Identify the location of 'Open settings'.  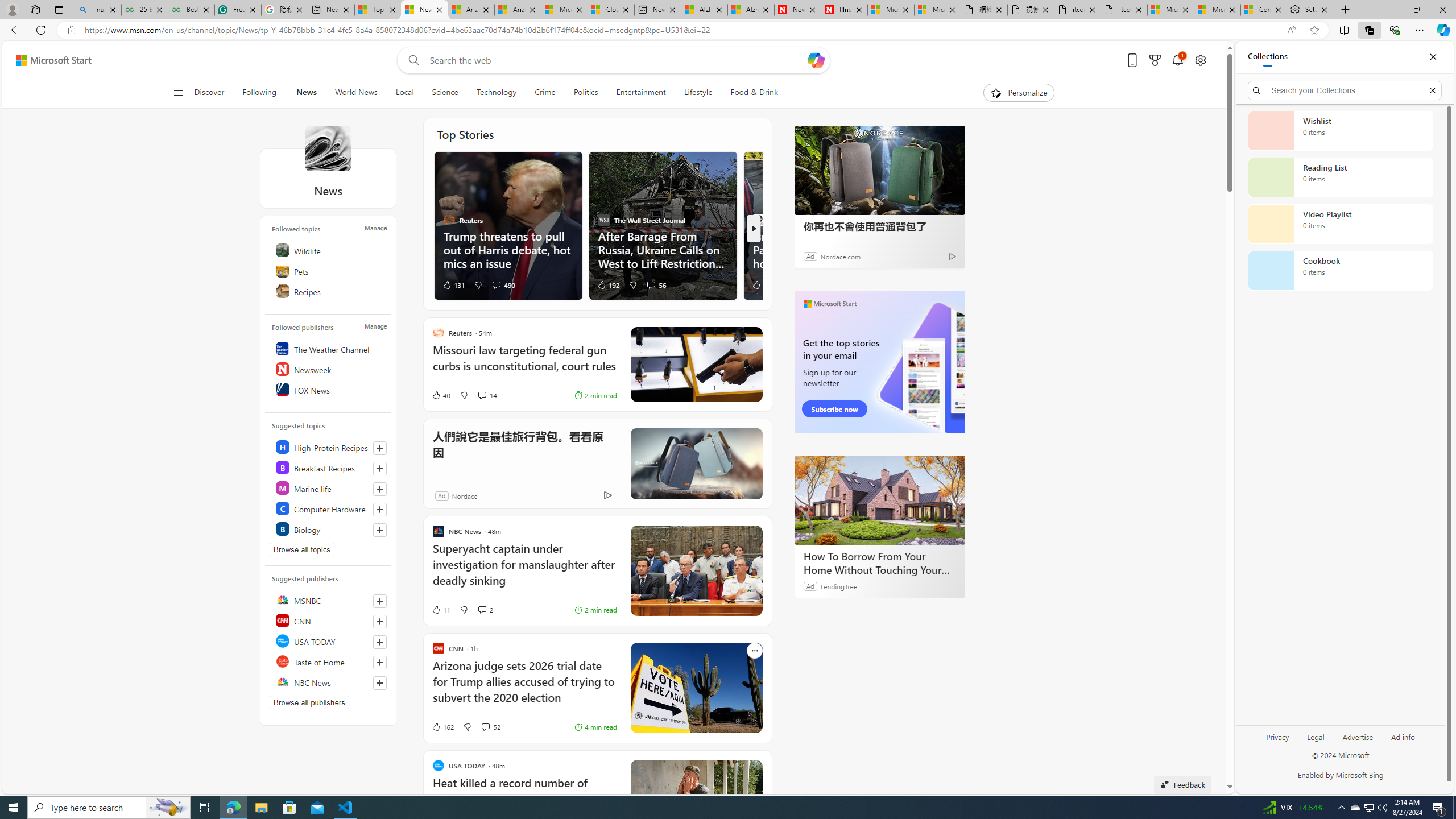
(1199, 60).